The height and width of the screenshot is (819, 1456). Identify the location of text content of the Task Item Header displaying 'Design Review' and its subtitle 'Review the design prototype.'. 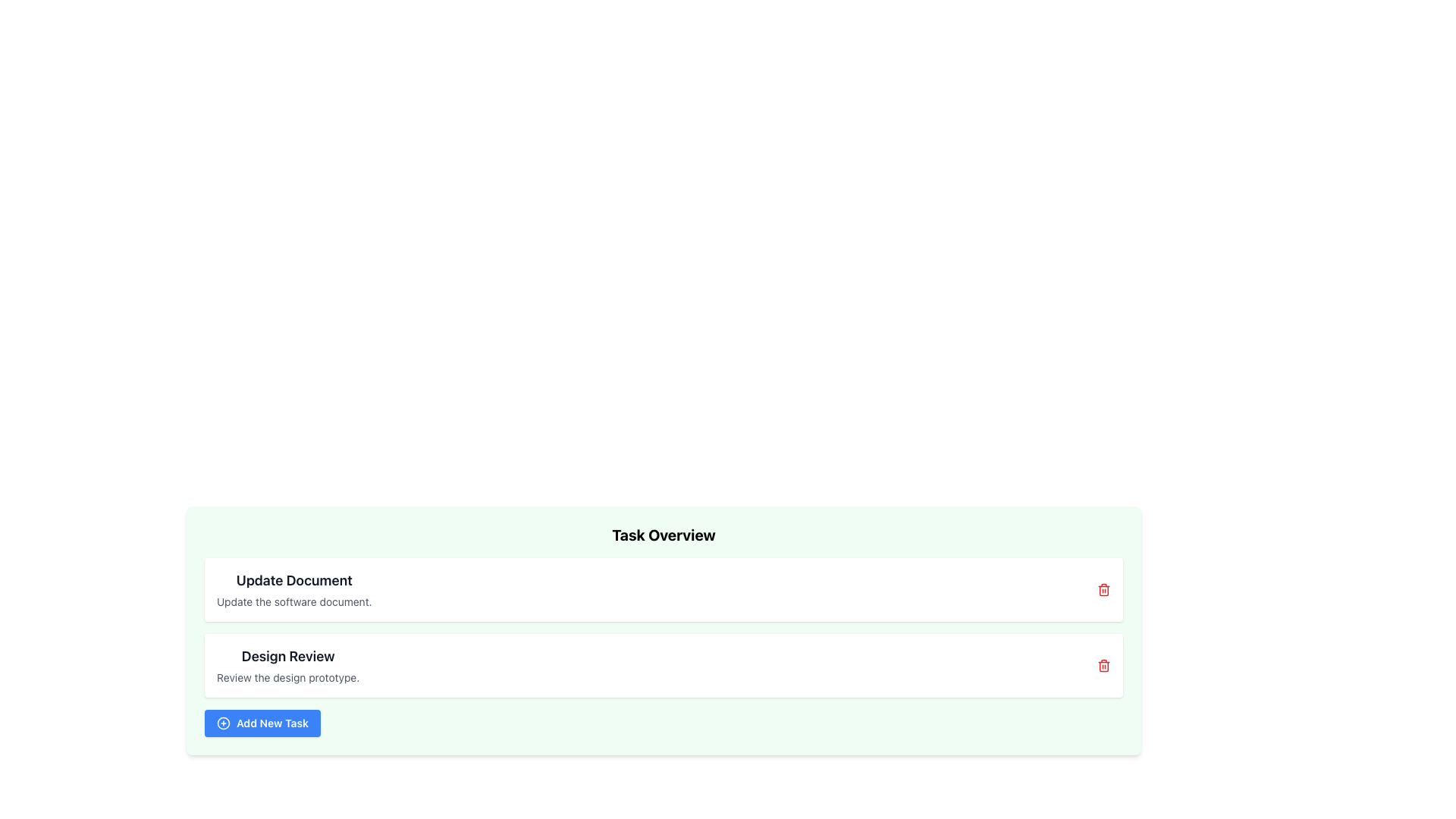
(288, 665).